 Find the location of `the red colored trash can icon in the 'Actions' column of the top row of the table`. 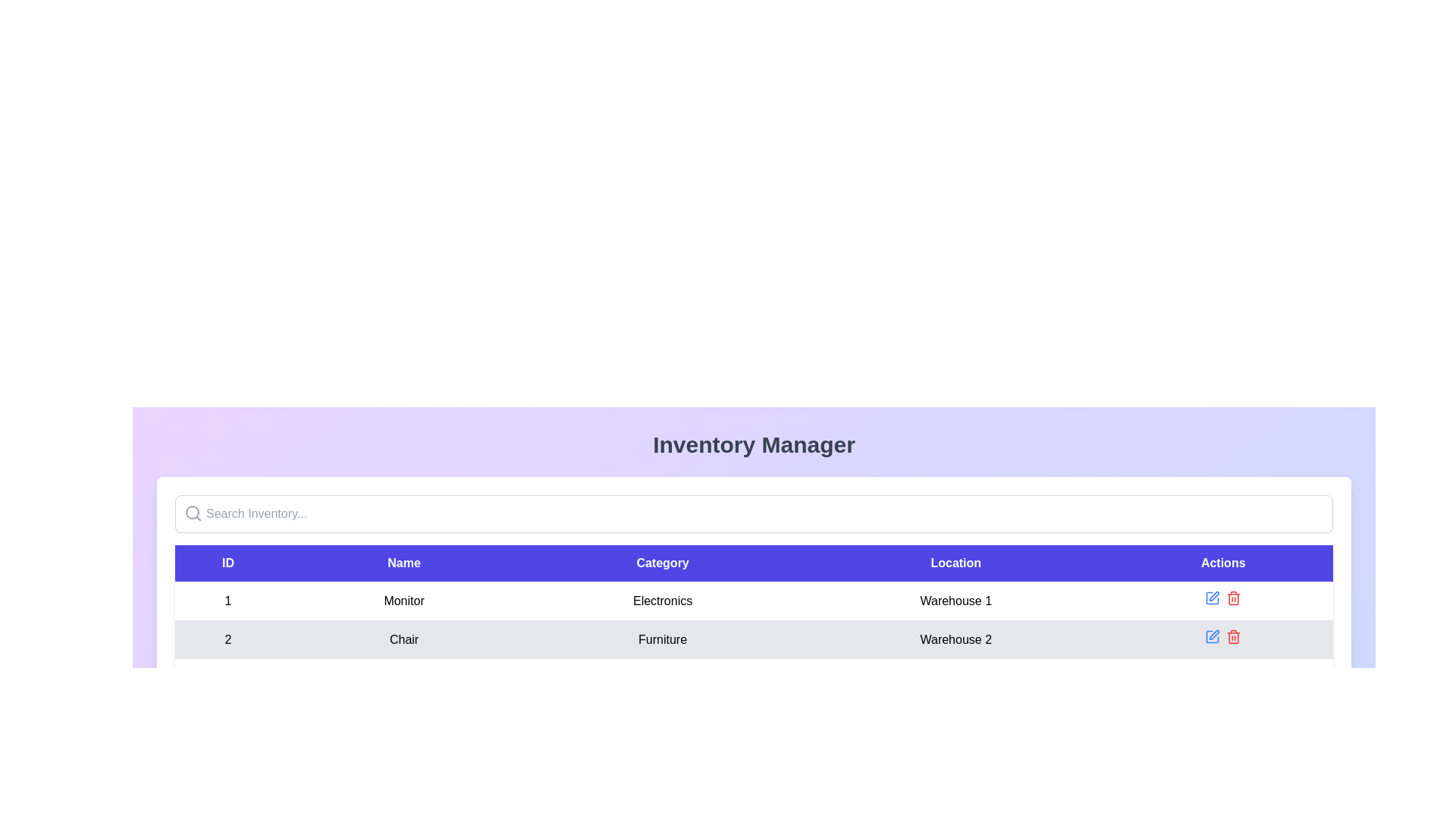

the red colored trash can icon in the 'Actions' column of the top row of the table is located at coordinates (1234, 598).